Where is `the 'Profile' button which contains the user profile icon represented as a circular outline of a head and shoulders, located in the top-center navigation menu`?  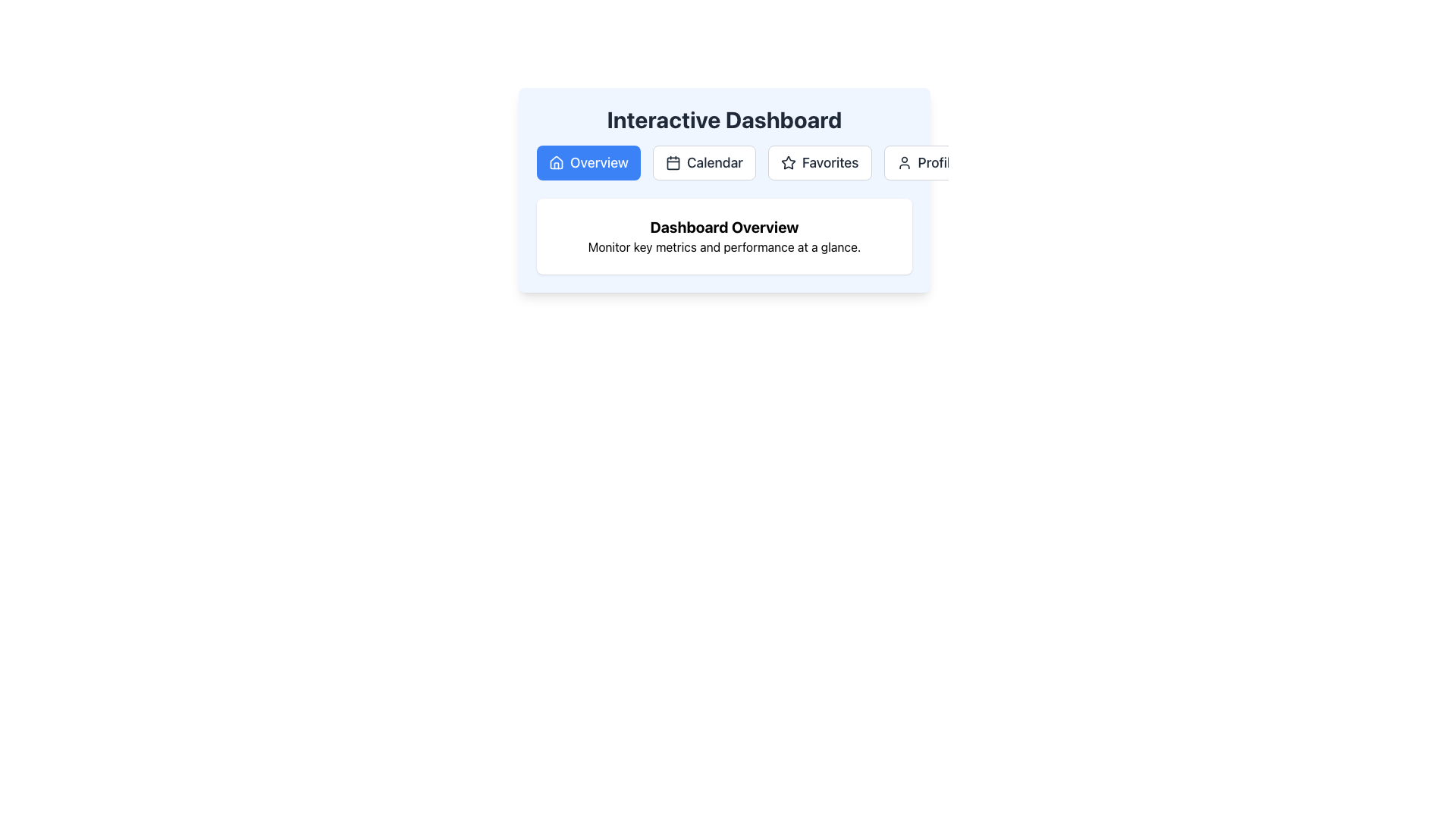 the 'Profile' button which contains the user profile icon represented as a circular outline of a head and shoulders, located in the top-center navigation menu is located at coordinates (904, 163).